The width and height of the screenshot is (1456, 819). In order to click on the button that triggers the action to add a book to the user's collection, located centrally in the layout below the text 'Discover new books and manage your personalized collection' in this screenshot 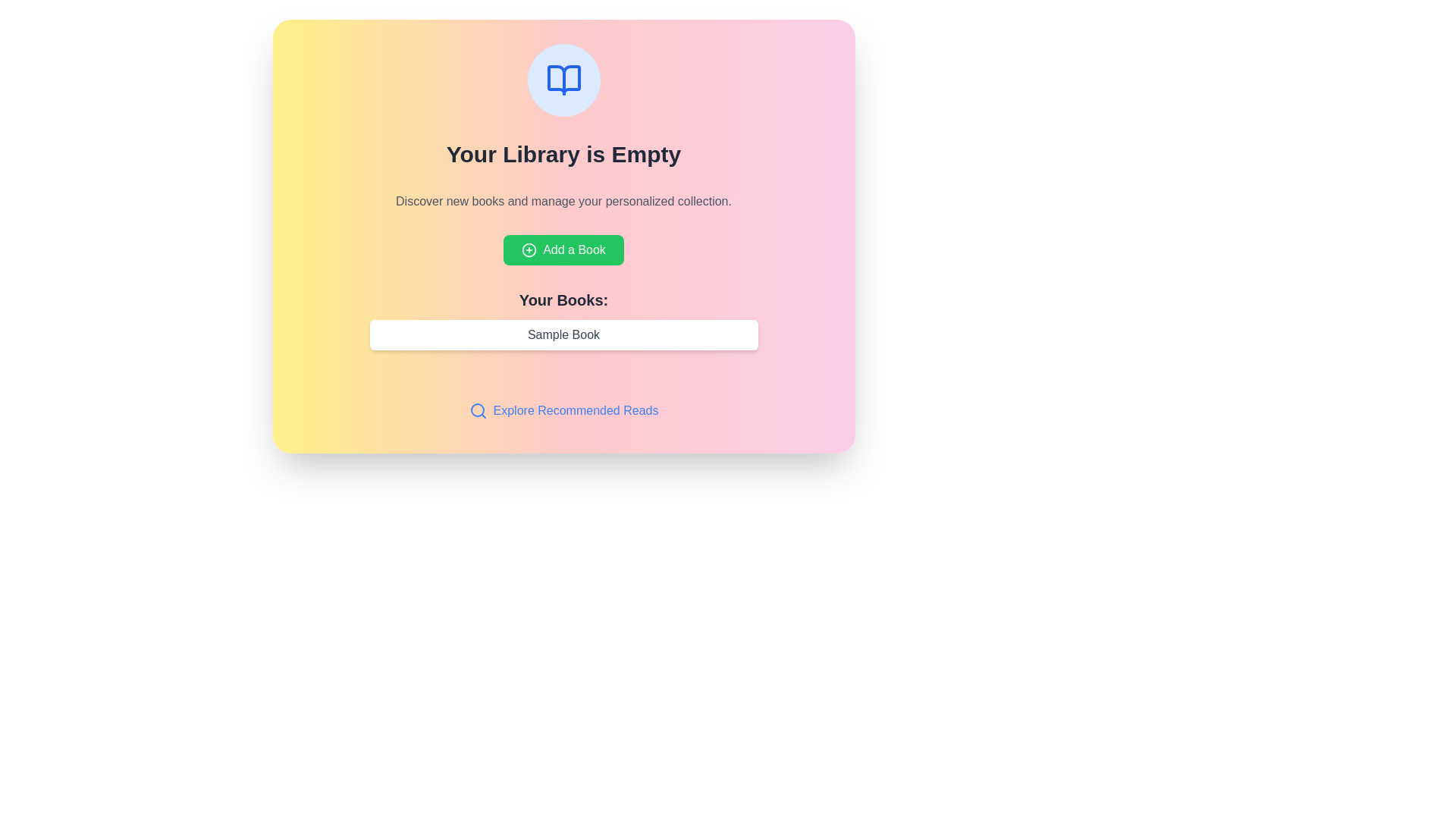, I will do `click(563, 249)`.